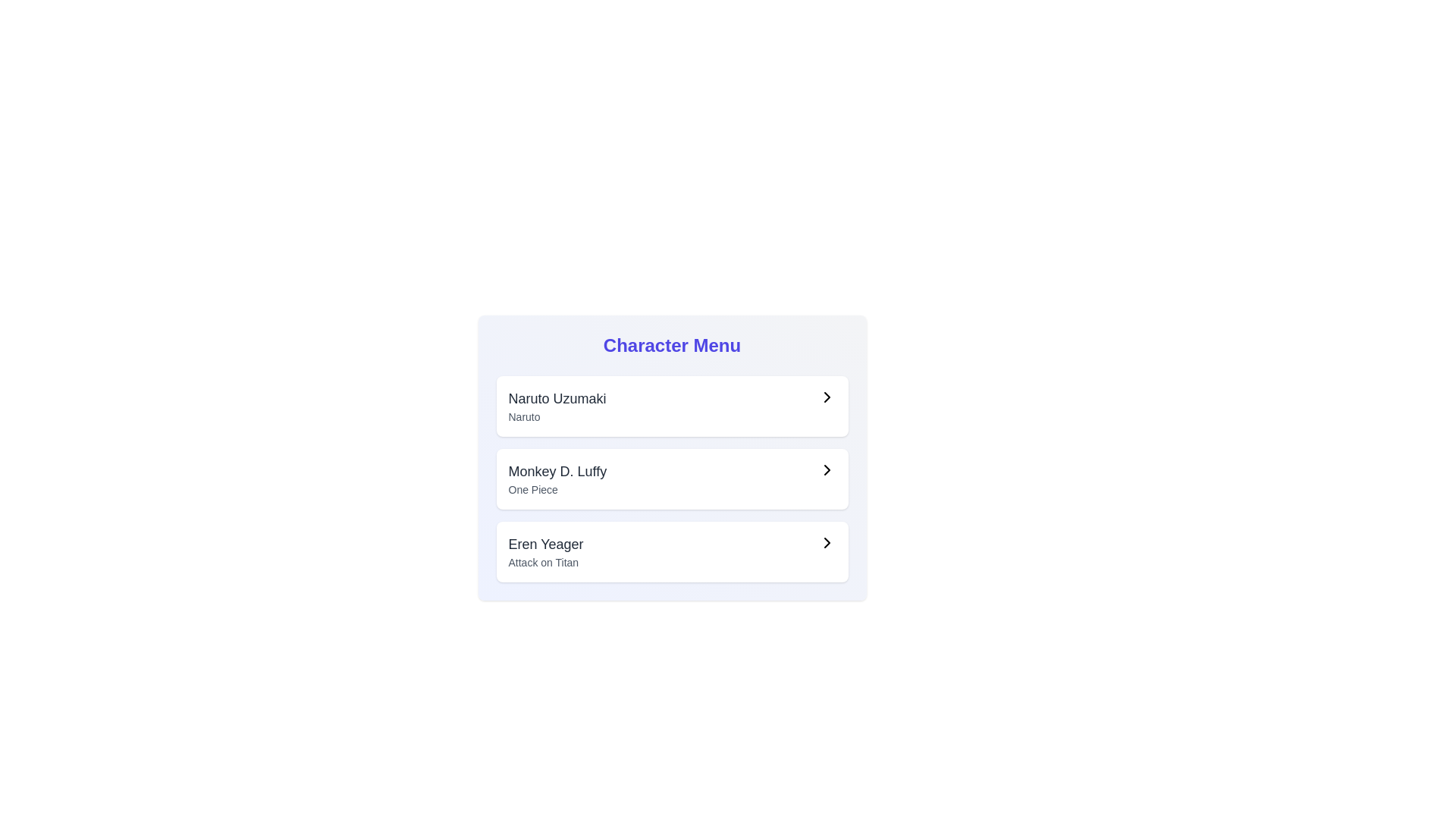  I want to click on the text label displaying 'Monkey D. Luffy' and 'One Piece', which is the second item in a vertically stacked menu, so click(557, 479).